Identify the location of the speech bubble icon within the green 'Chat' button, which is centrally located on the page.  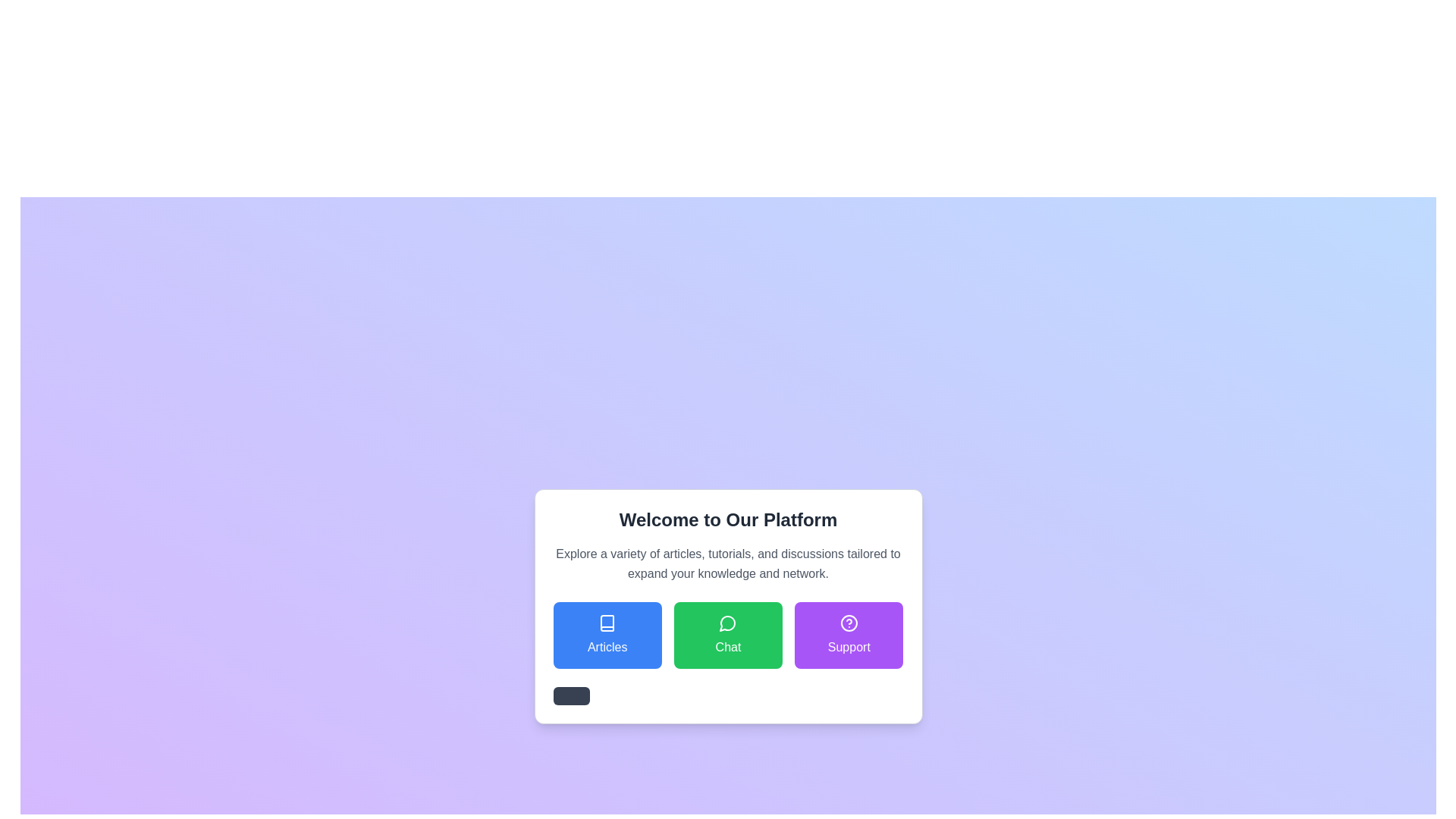
(728, 623).